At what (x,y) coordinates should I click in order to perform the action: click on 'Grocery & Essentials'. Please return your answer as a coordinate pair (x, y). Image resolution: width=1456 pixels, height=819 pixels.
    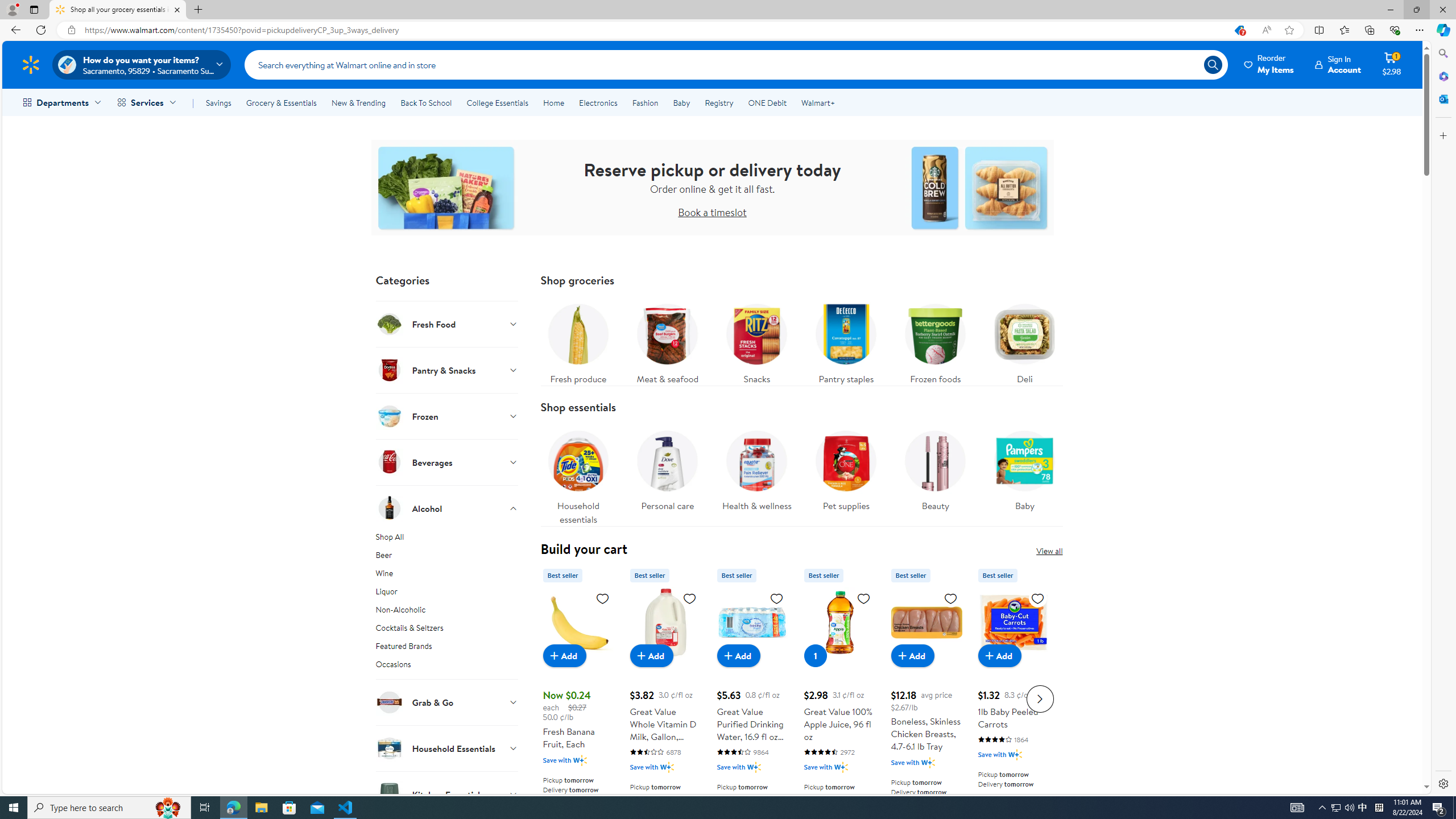
    Looking at the image, I should click on (280, 102).